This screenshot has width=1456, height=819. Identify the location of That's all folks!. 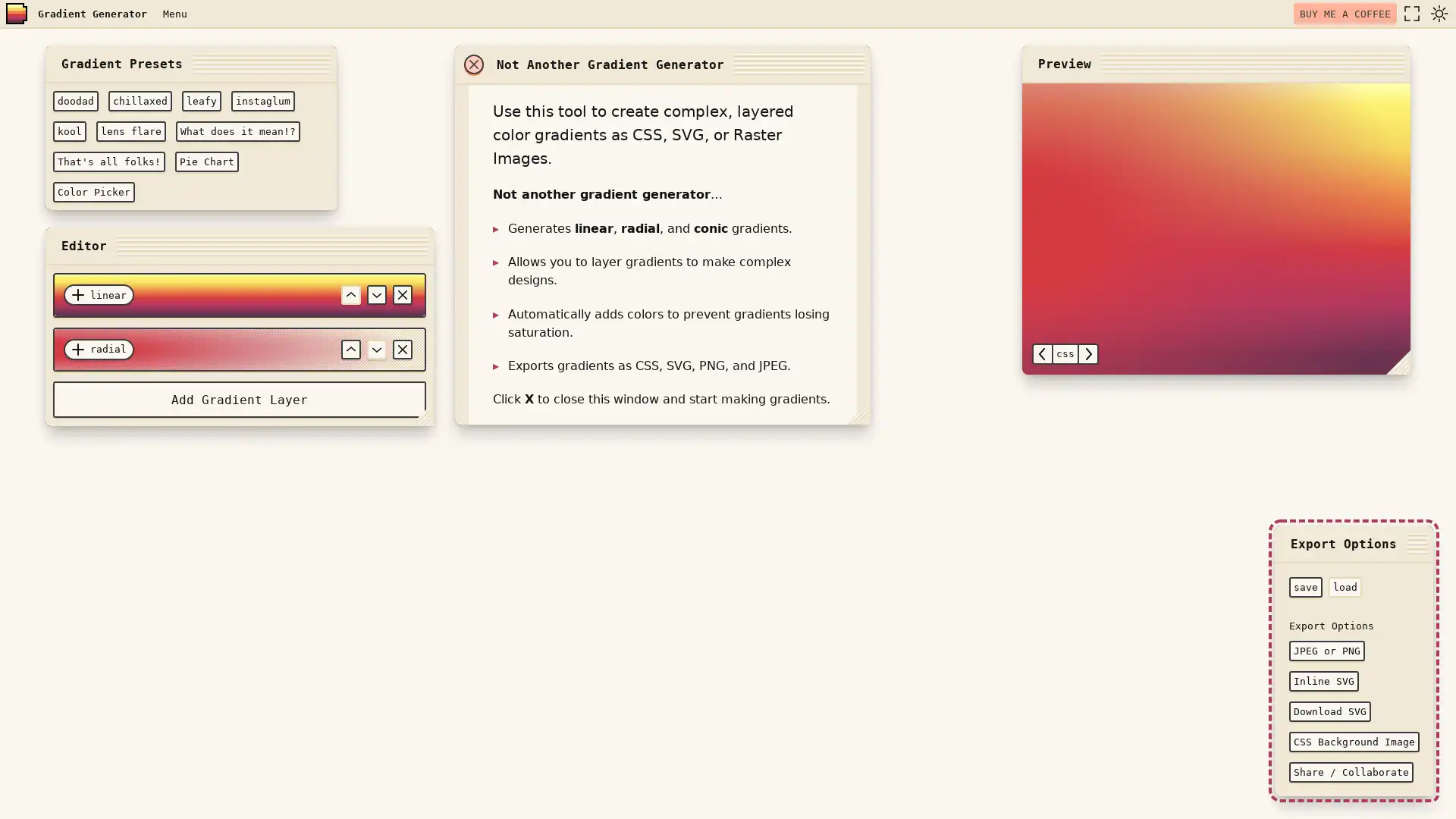
(108, 161).